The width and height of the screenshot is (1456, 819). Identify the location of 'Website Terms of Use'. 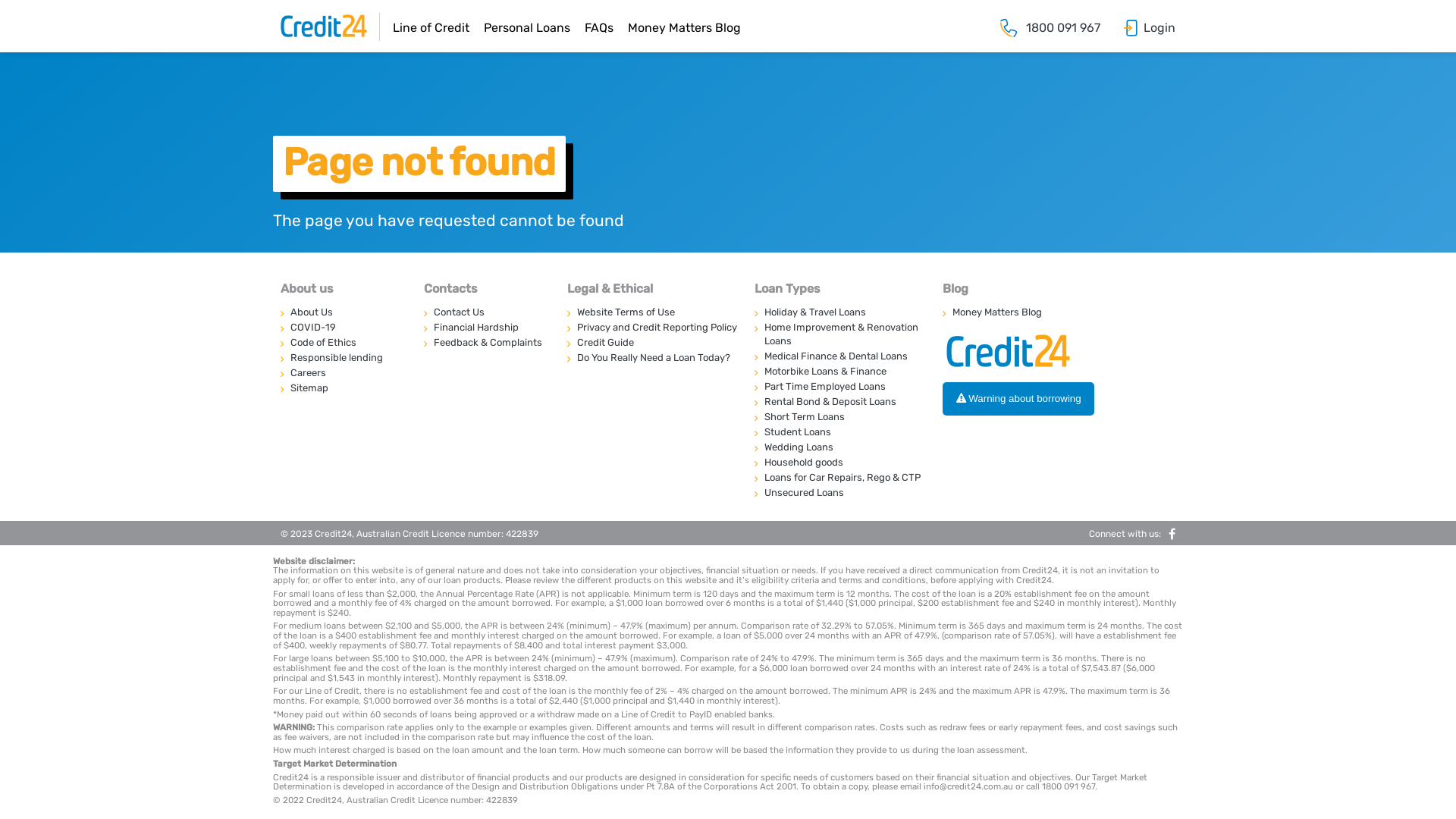
(651, 312).